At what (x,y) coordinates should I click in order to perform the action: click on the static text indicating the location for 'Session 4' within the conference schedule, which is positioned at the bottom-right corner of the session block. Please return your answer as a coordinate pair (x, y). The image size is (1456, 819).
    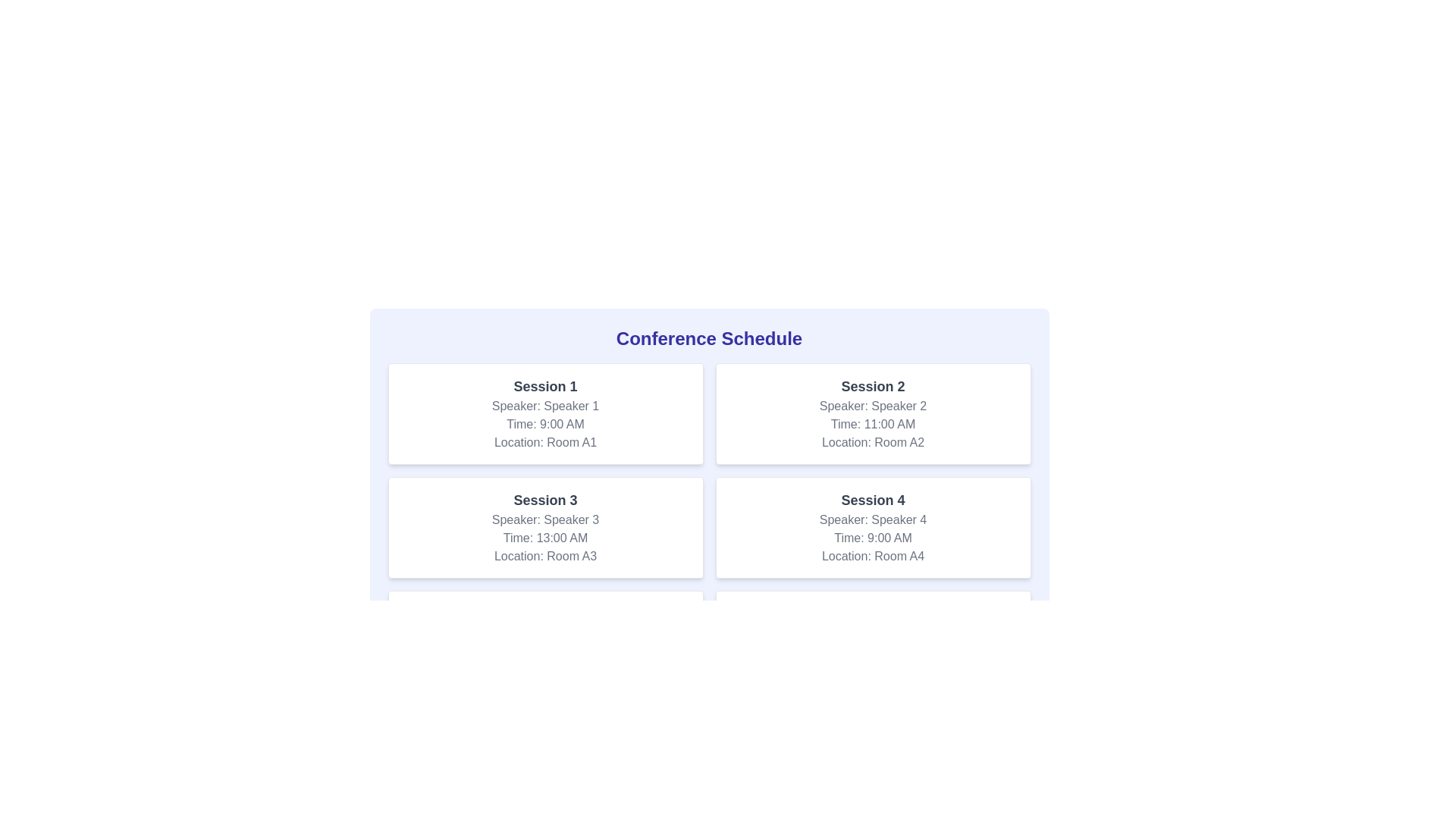
    Looking at the image, I should click on (873, 556).